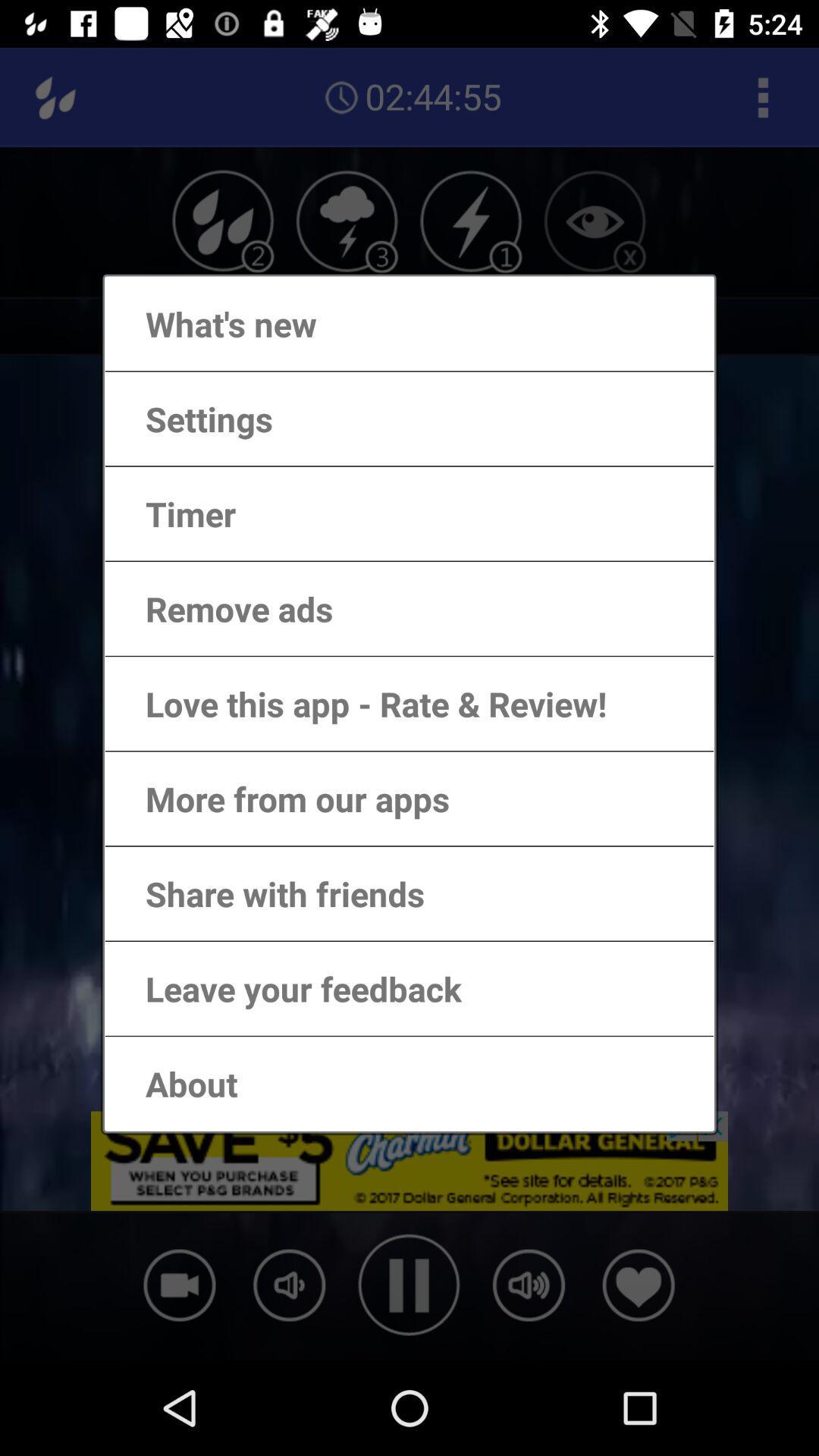  What do you see at coordinates (269, 893) in the screenshot?
I see `the icon above leave your feedback` at bounding box center [269, 893].